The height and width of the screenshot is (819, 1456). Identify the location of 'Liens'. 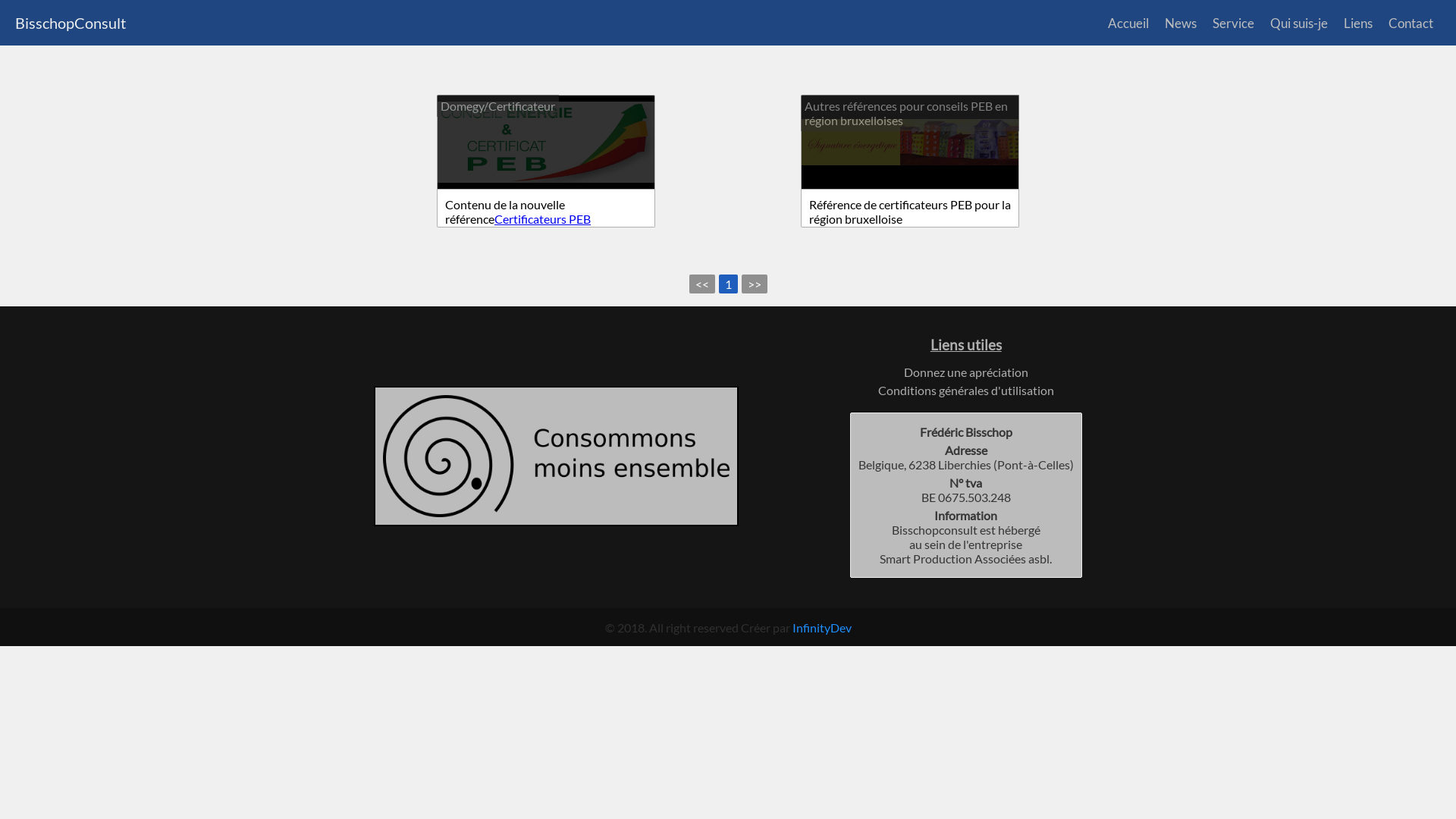
(1357, 23).